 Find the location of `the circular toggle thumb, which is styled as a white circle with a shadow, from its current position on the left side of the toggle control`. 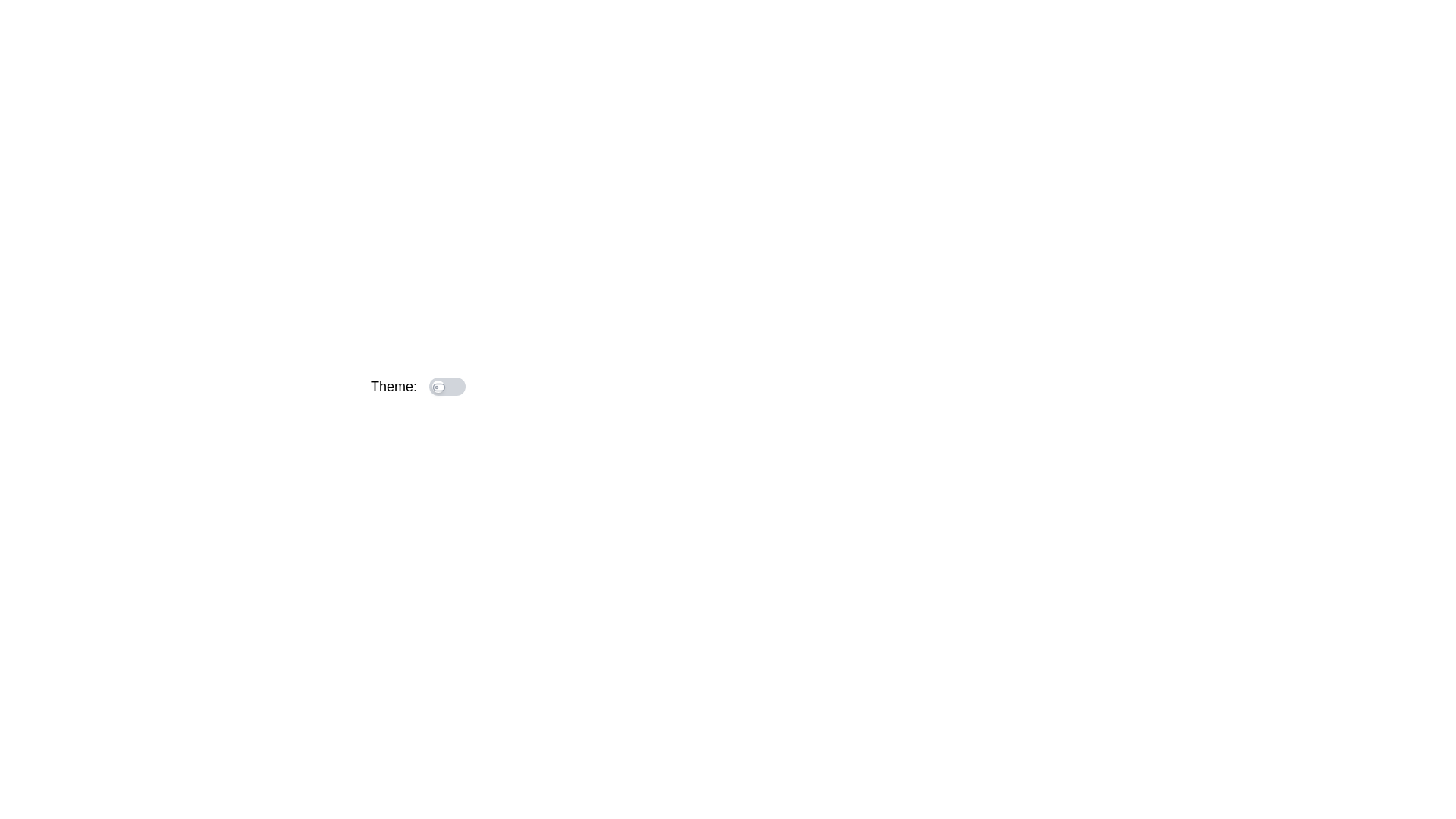

the circular toggle thumb, which is styled as a white circle with a shadow, from its current position on the left side of the toggle control is located at coordinates (475, 385).